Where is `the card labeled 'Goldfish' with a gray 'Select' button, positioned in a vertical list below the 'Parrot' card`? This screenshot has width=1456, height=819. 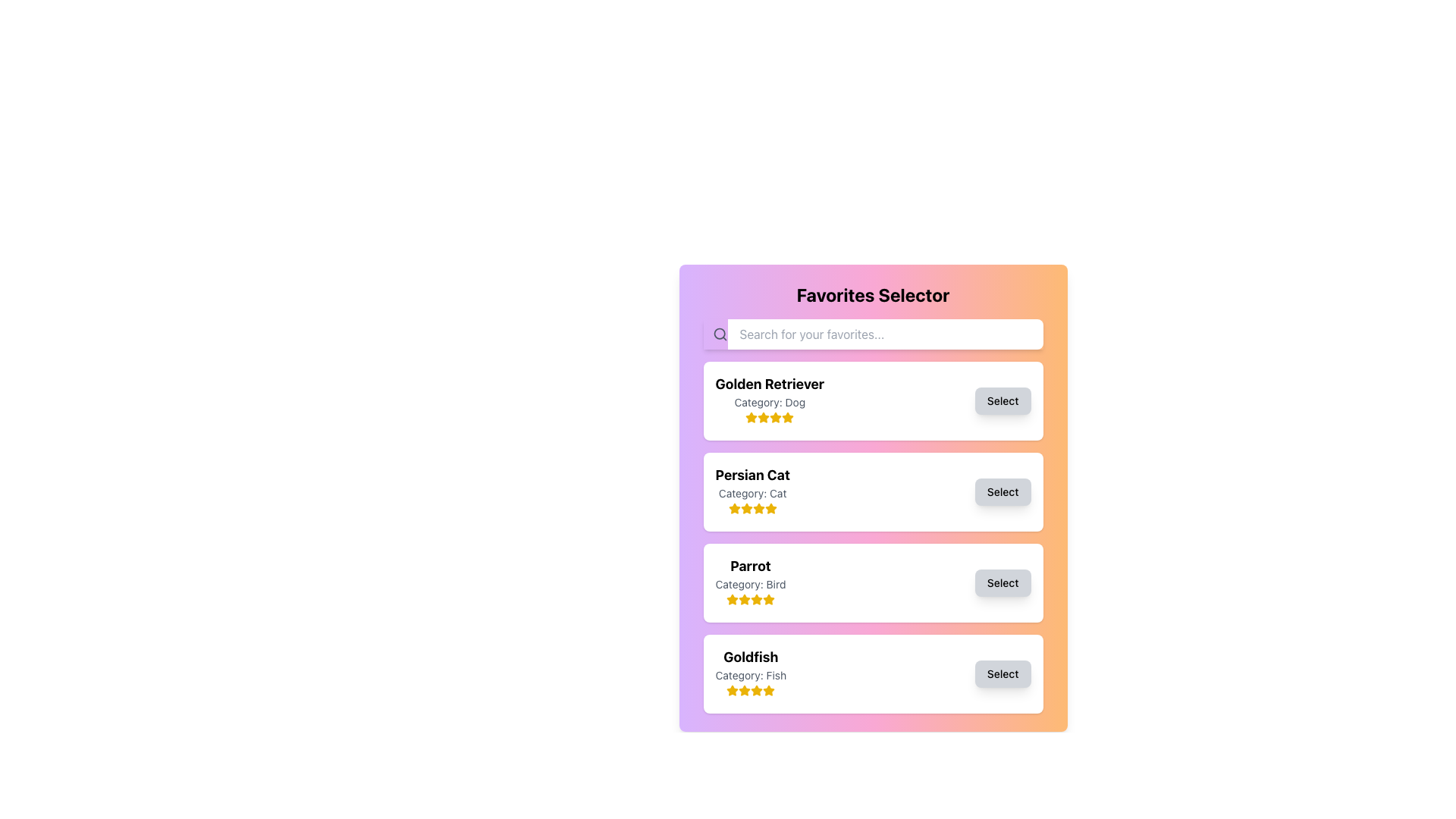
the card labeled 'Goldfish' with a gray 'Select' button, positioned in a vertical list below the 'Parrot' card is located at coordinates (873, 673).